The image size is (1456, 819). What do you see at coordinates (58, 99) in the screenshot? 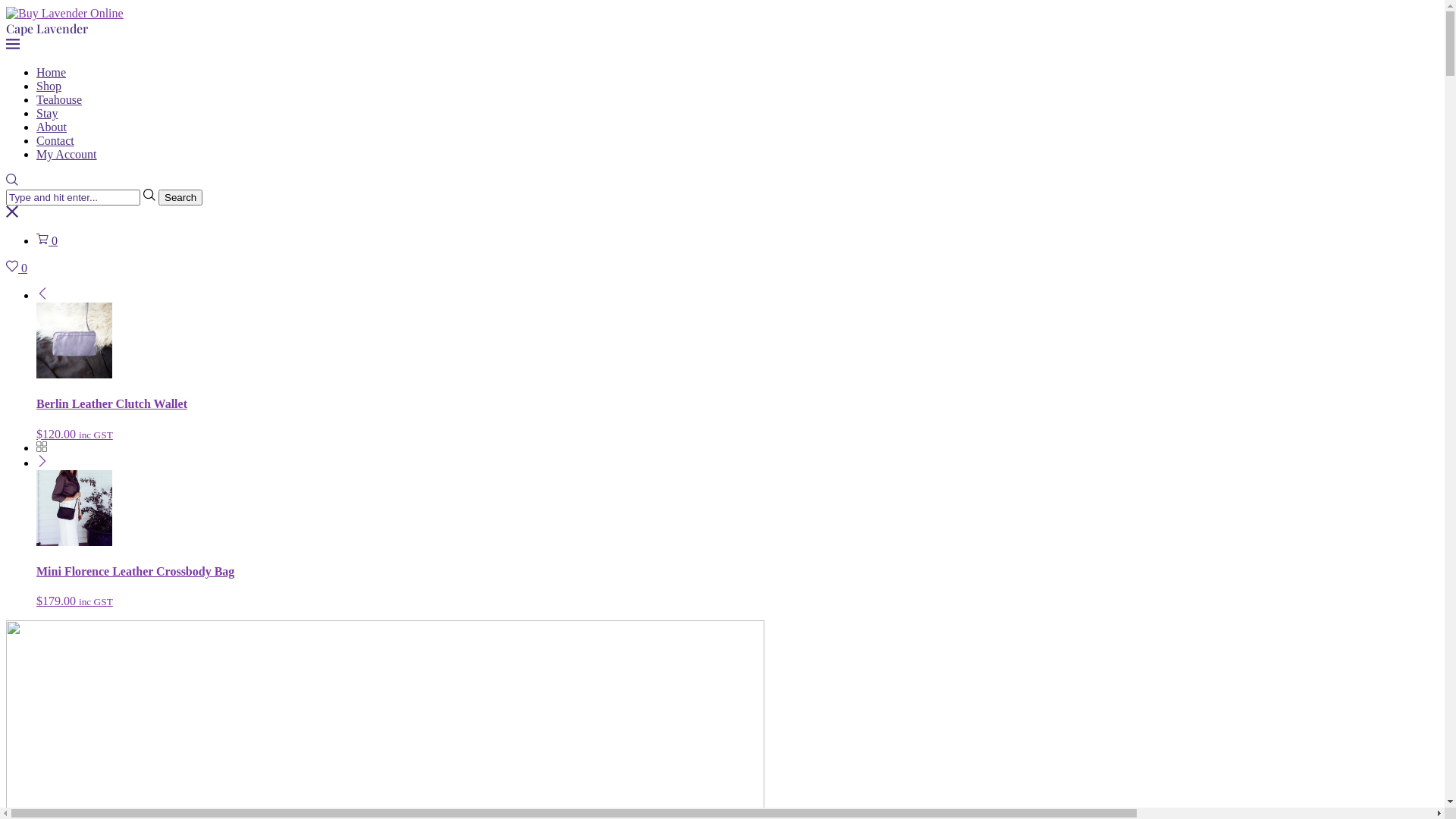
I see `'Teahouse'` at bounding box center [58, 99].